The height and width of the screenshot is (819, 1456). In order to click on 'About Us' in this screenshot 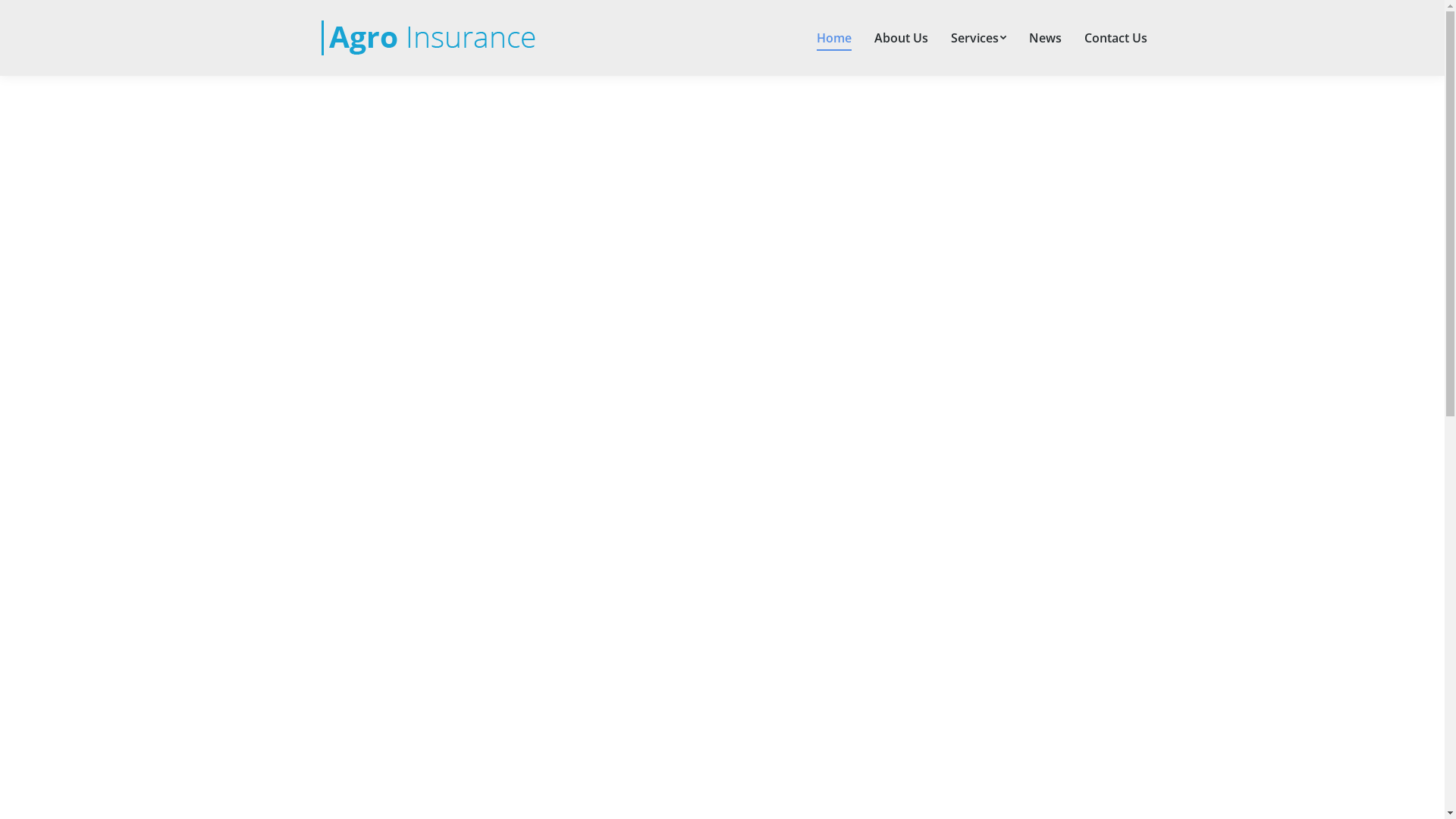, I will do `click(901, 37)`.